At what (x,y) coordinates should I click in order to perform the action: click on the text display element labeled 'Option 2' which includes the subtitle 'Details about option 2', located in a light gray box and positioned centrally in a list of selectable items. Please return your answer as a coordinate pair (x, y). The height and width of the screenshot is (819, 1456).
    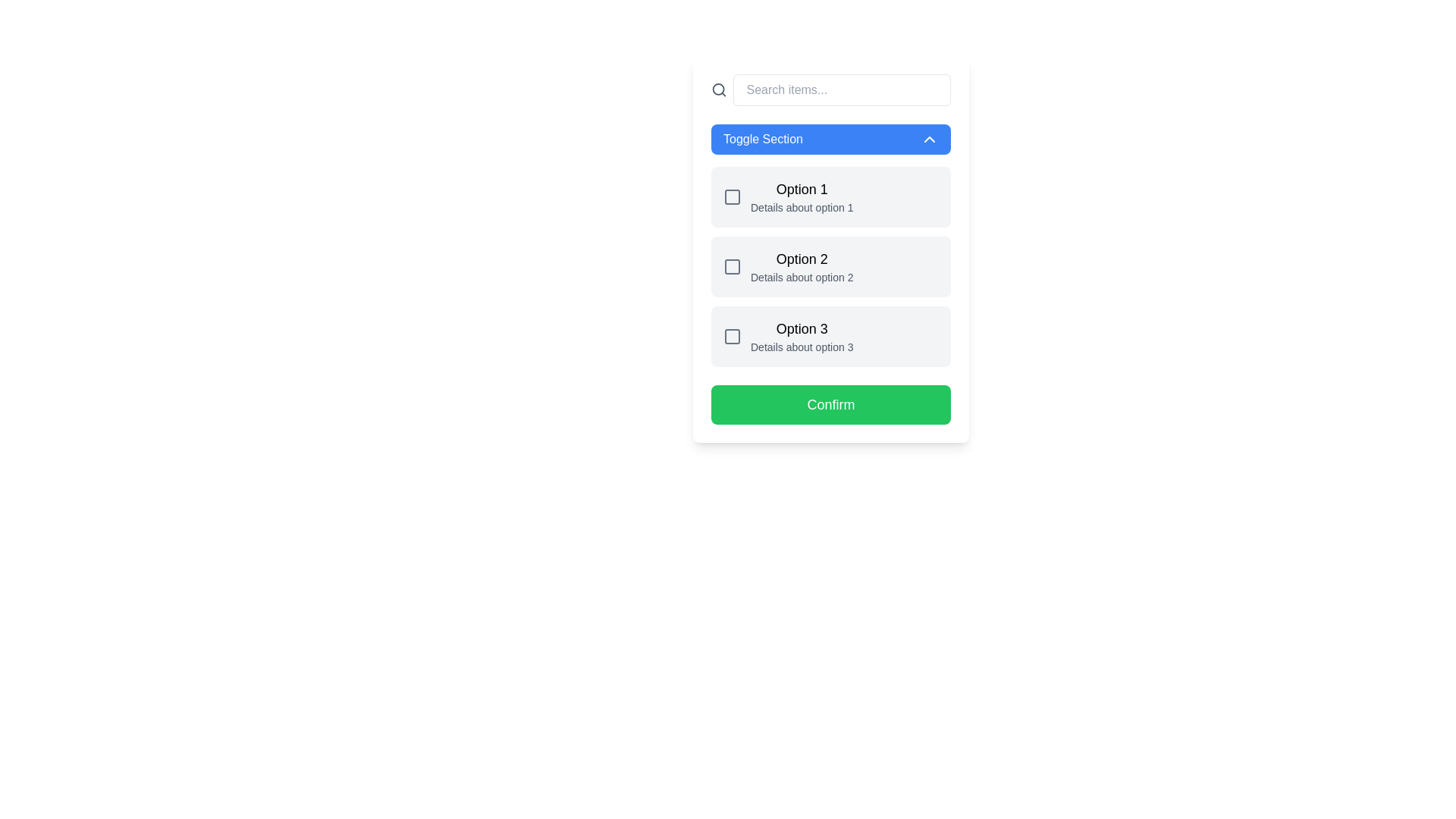
    Looking at the image, I should click on (801, 265).